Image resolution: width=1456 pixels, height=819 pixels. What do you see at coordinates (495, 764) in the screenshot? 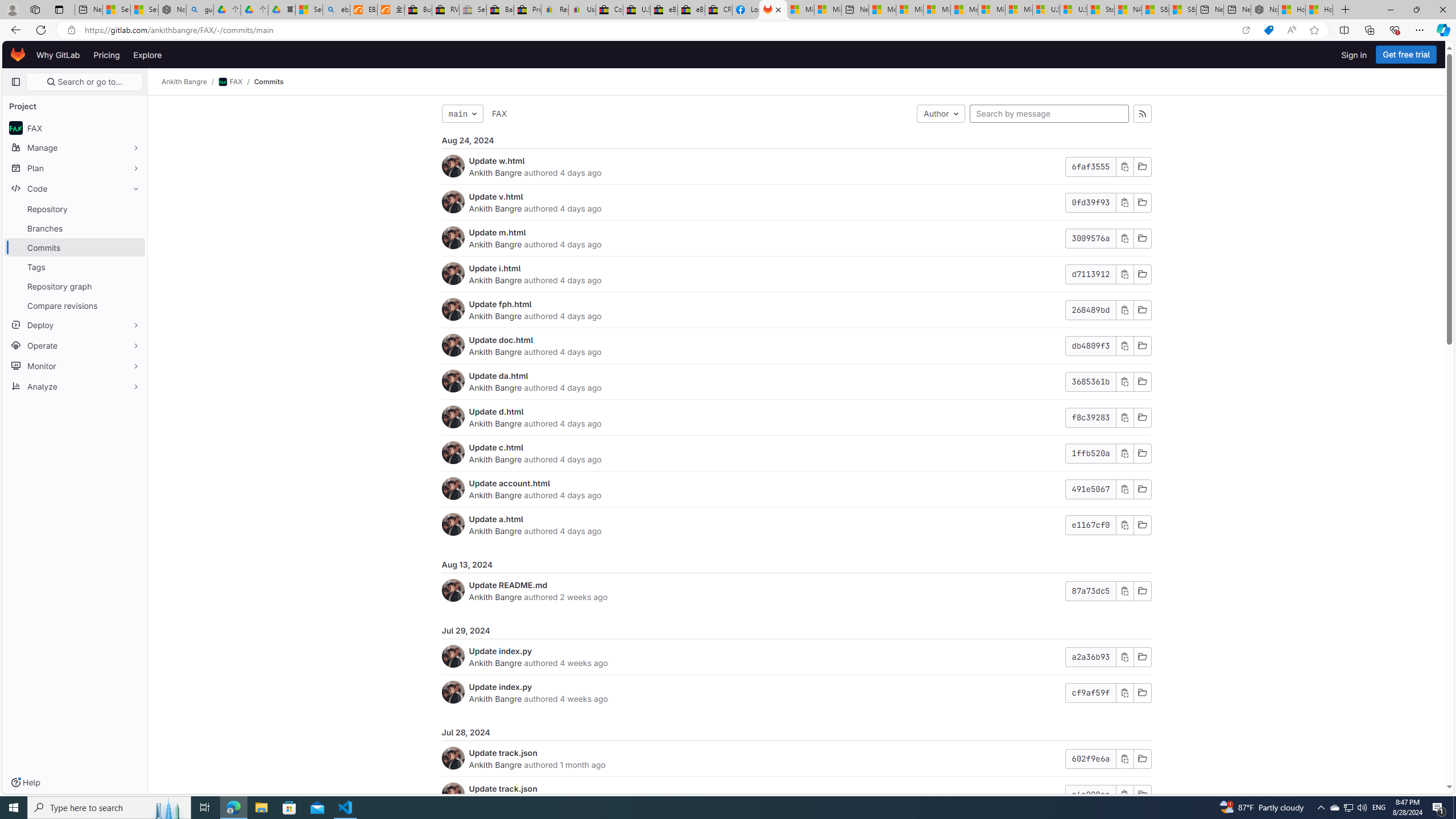
I see `'Ankith Bangre'` at bounding box center [495, 764].